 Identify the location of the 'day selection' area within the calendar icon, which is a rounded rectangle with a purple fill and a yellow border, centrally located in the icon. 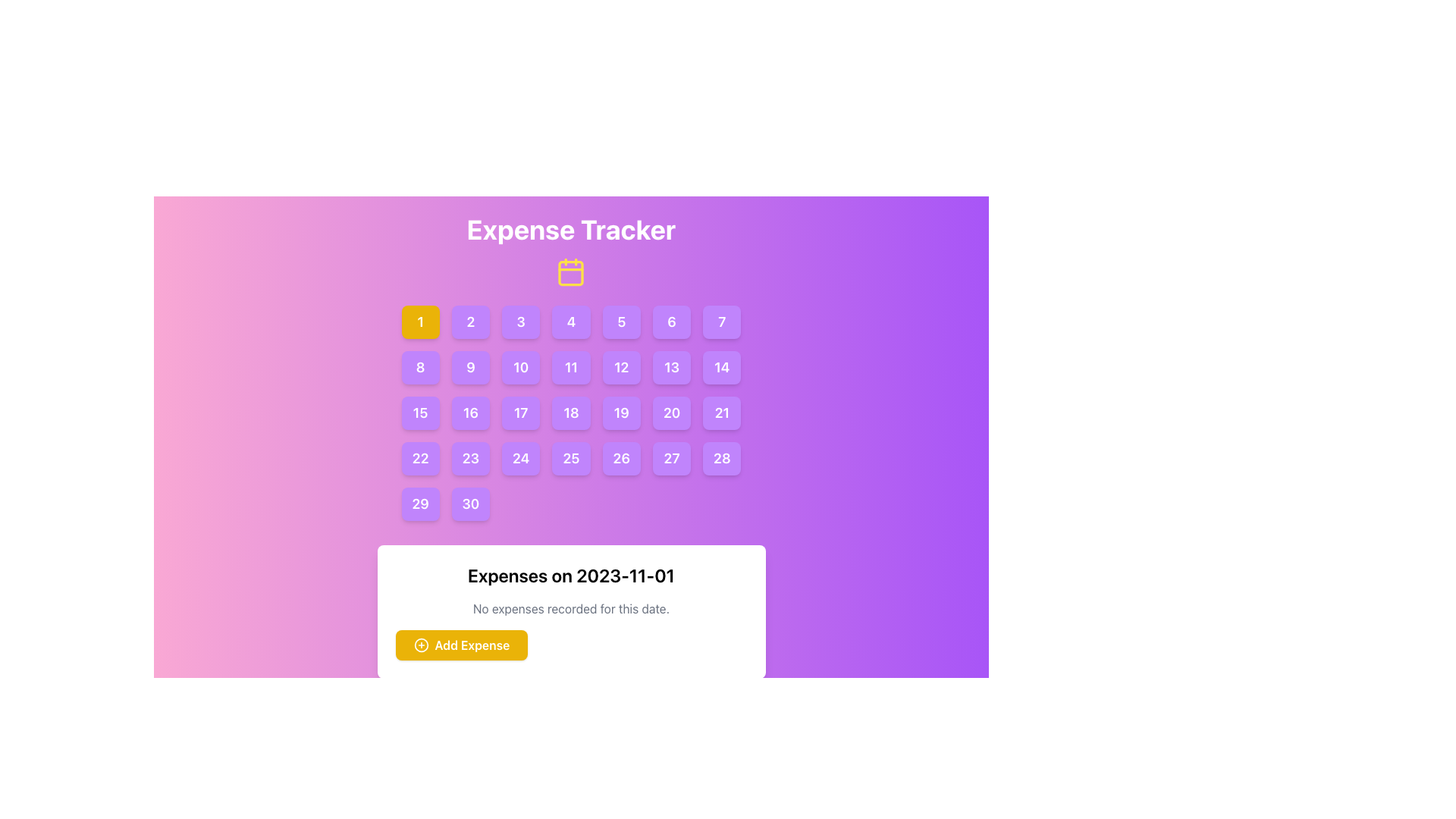
(570, 273).